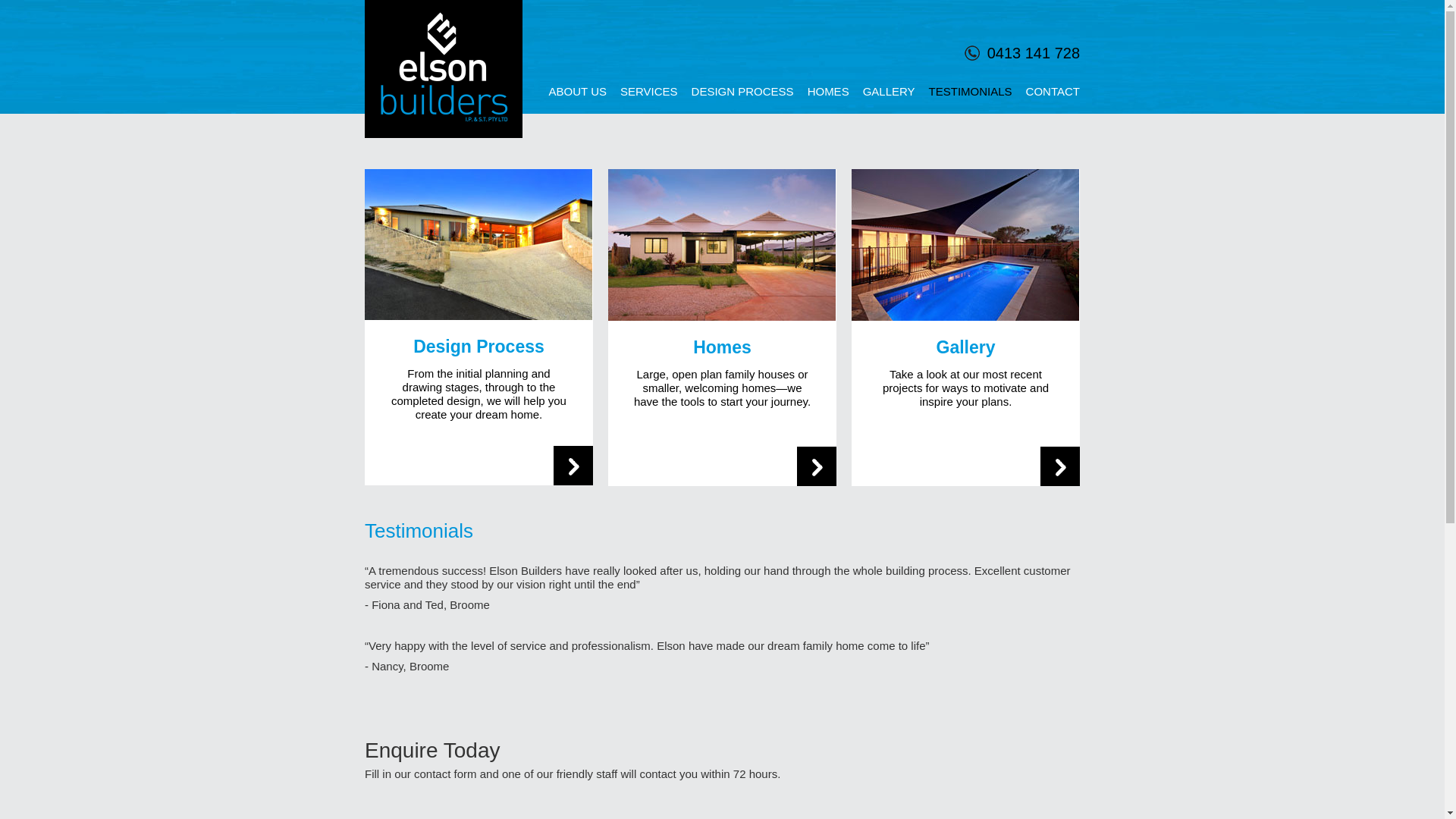  What do you see at coordinates (971, 91) in the screenshot?
I see `'TESTIMONIALS'` at bounding box center [971, 91].